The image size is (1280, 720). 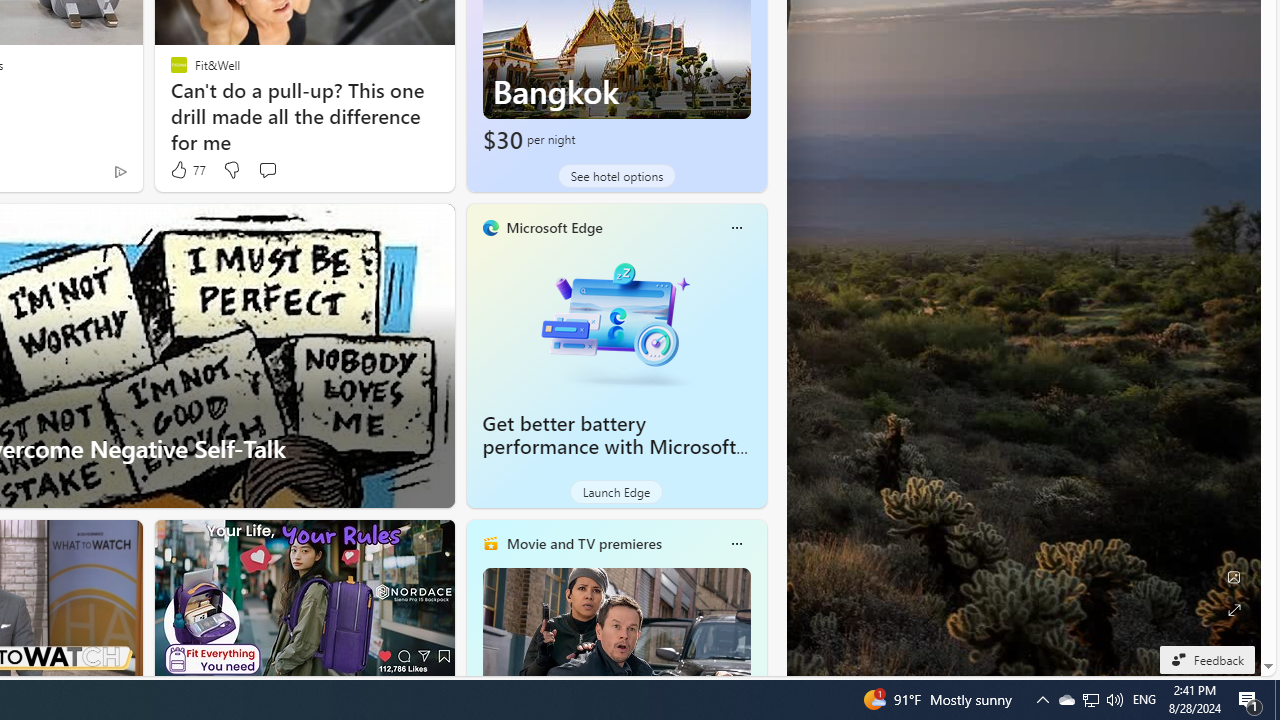 I want to click on '77 Like', so click(x=186, y=169).